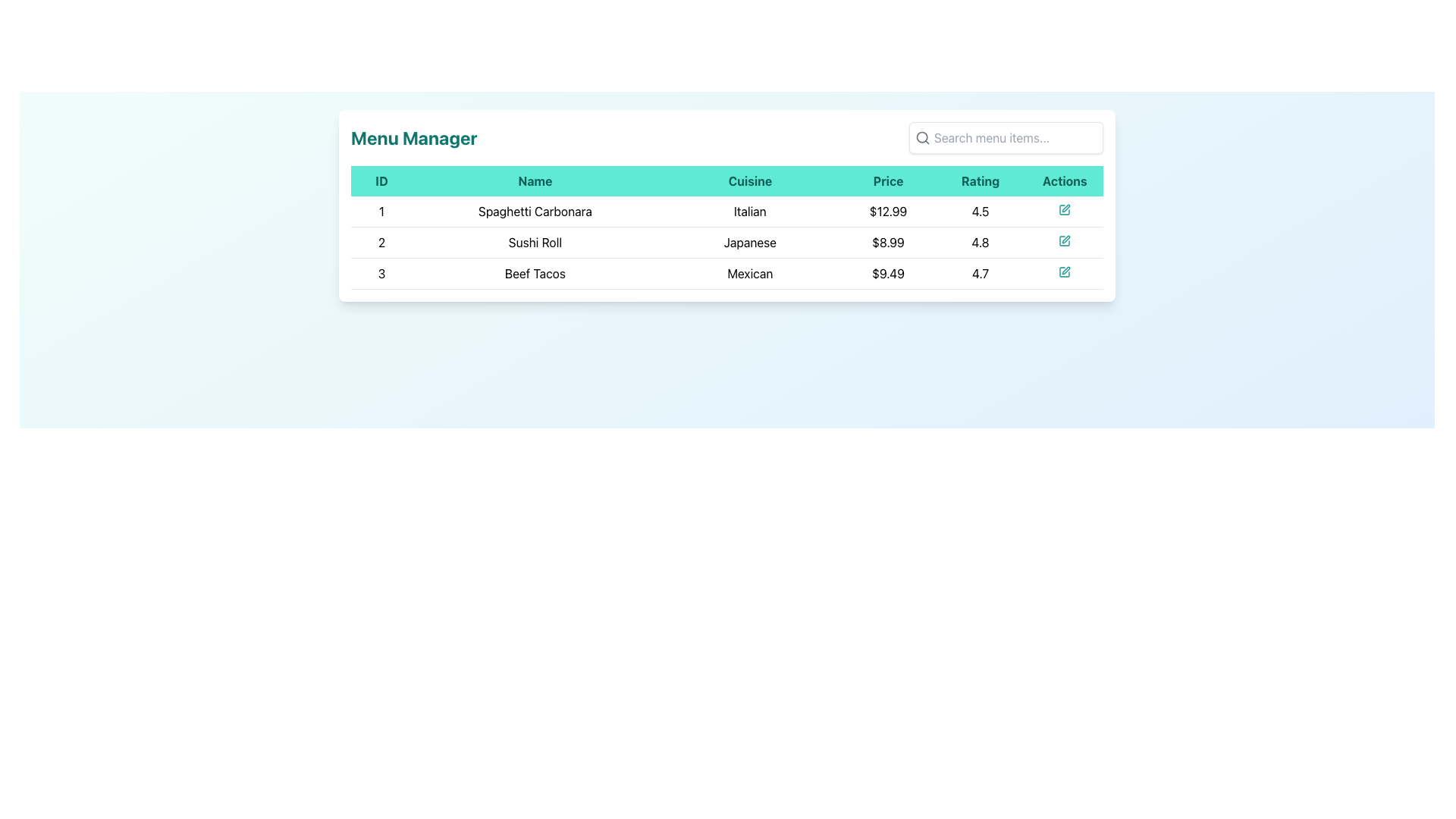  Describe the element at coordinates (1064, 240) in the screenshot. I see `the editing tool button for the menu item 'Sushi Roll' located in the second row of the 'Actions' column` at that location.